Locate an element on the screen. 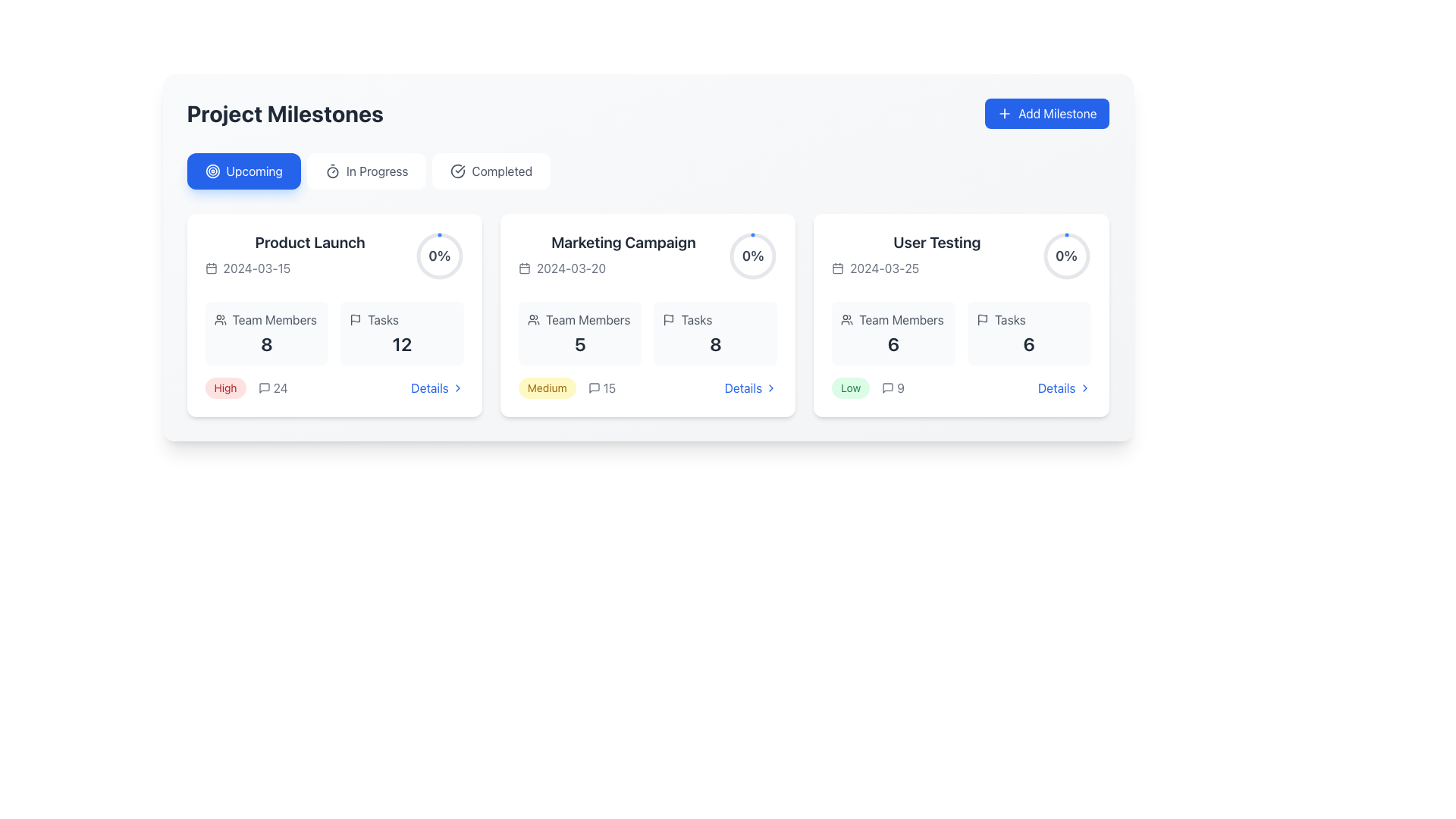 This screenshot has width=1456, height=819. the minimalistic outline flag icon located at the top-left part of the User Testing milestone card's header section is located at coordinates (982, 318).